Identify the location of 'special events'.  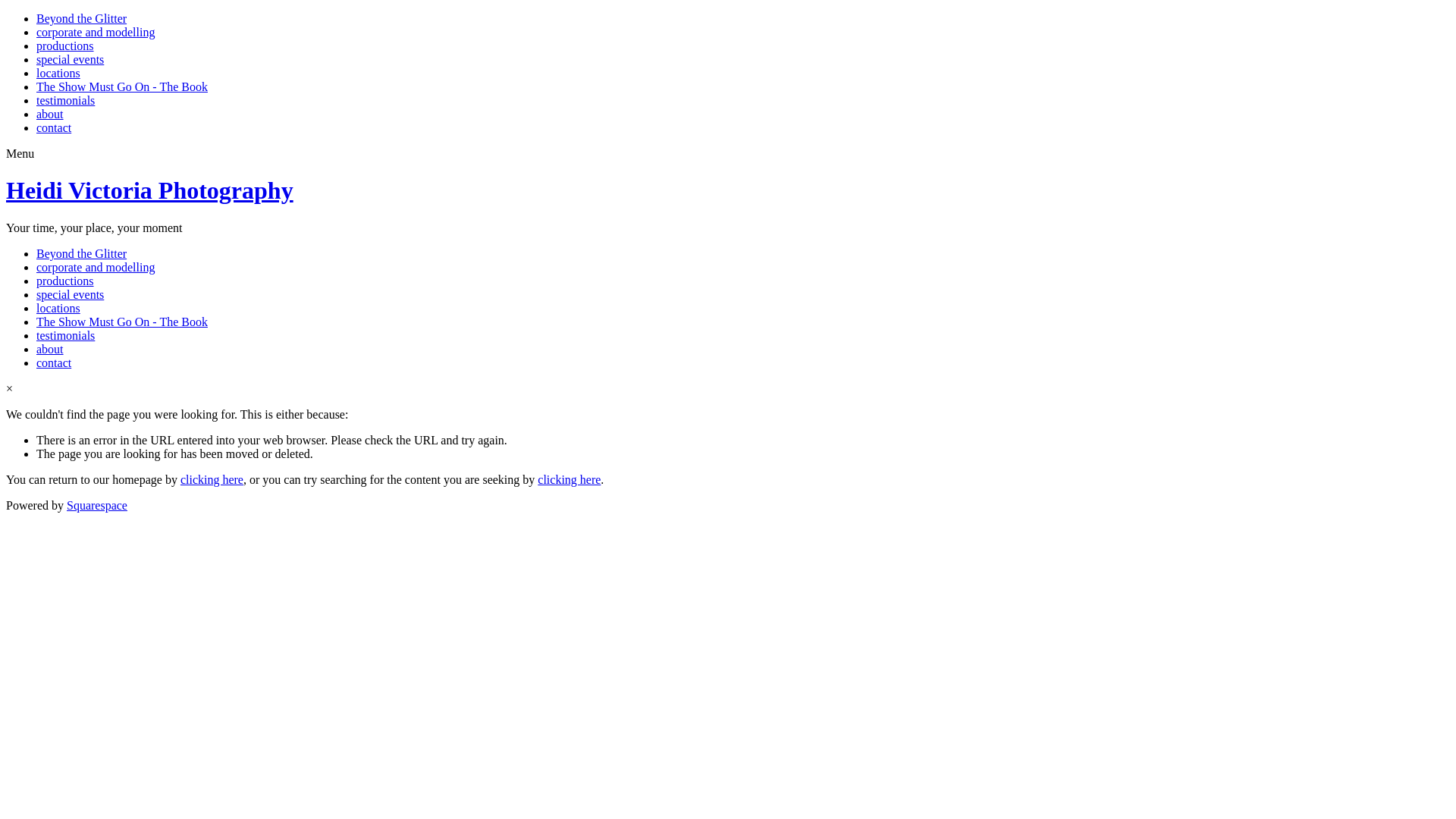
(69, 294).